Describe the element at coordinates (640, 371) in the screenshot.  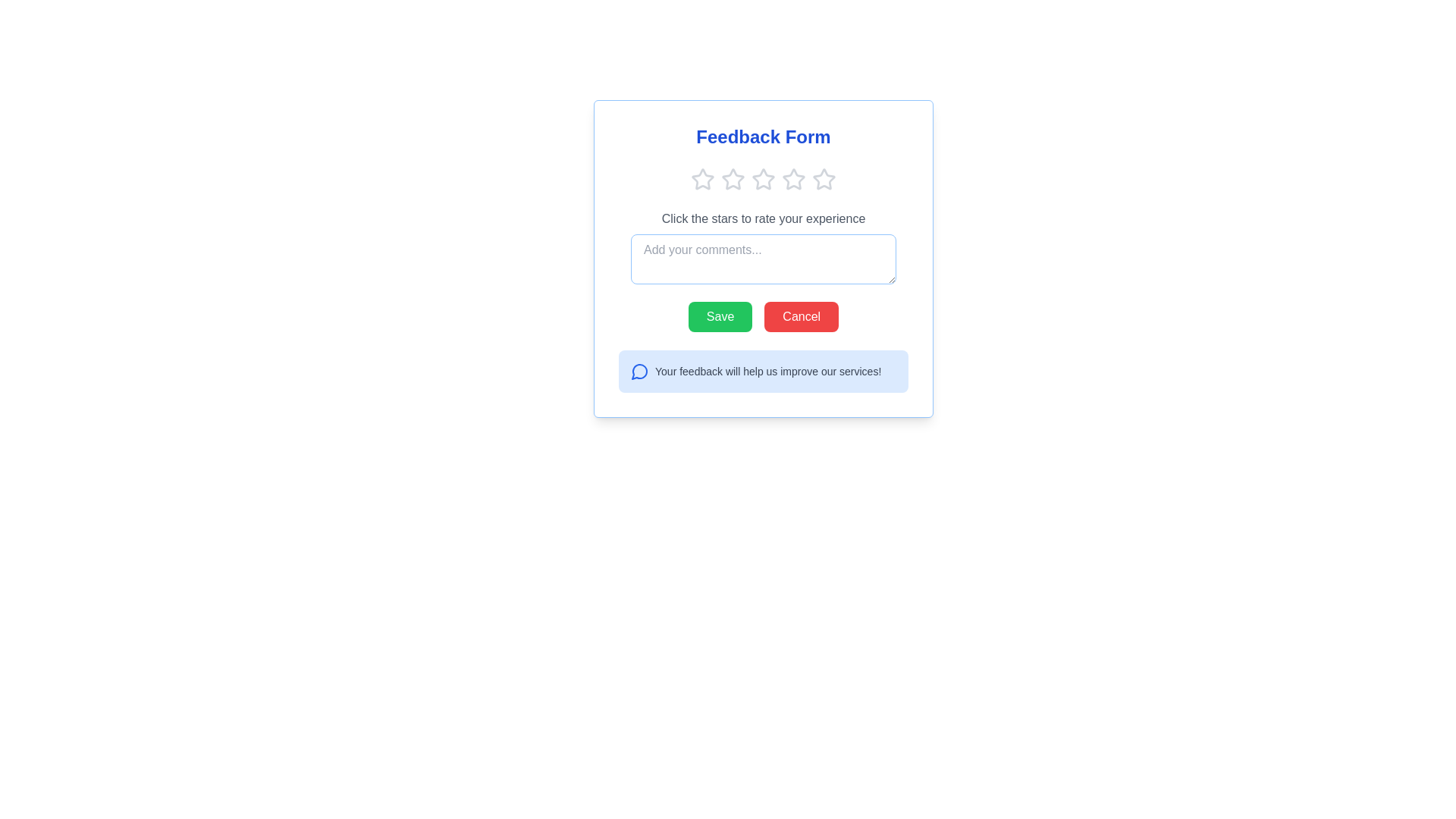
I see `the speech bubble icon with a blue outline located in the feedback section, positioned to the left of the feedback text` at that location.